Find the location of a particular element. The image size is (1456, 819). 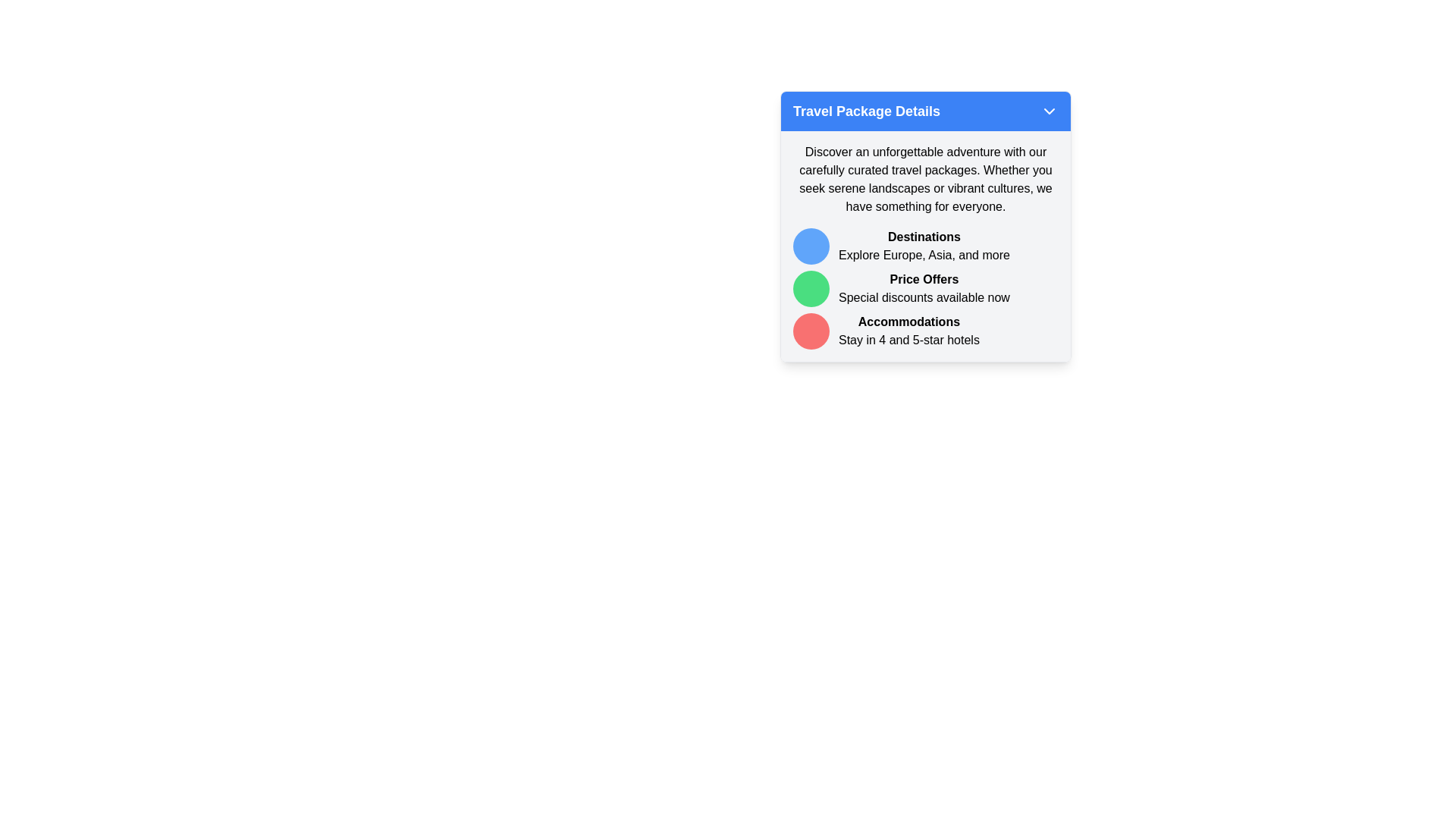

text label element 'Accommodations' which is prominently displayed in bold within the 'Travel Package Details' section, located above the text 'Stay in 4 and 5-star hotels' is located at coordinates (909, 321).